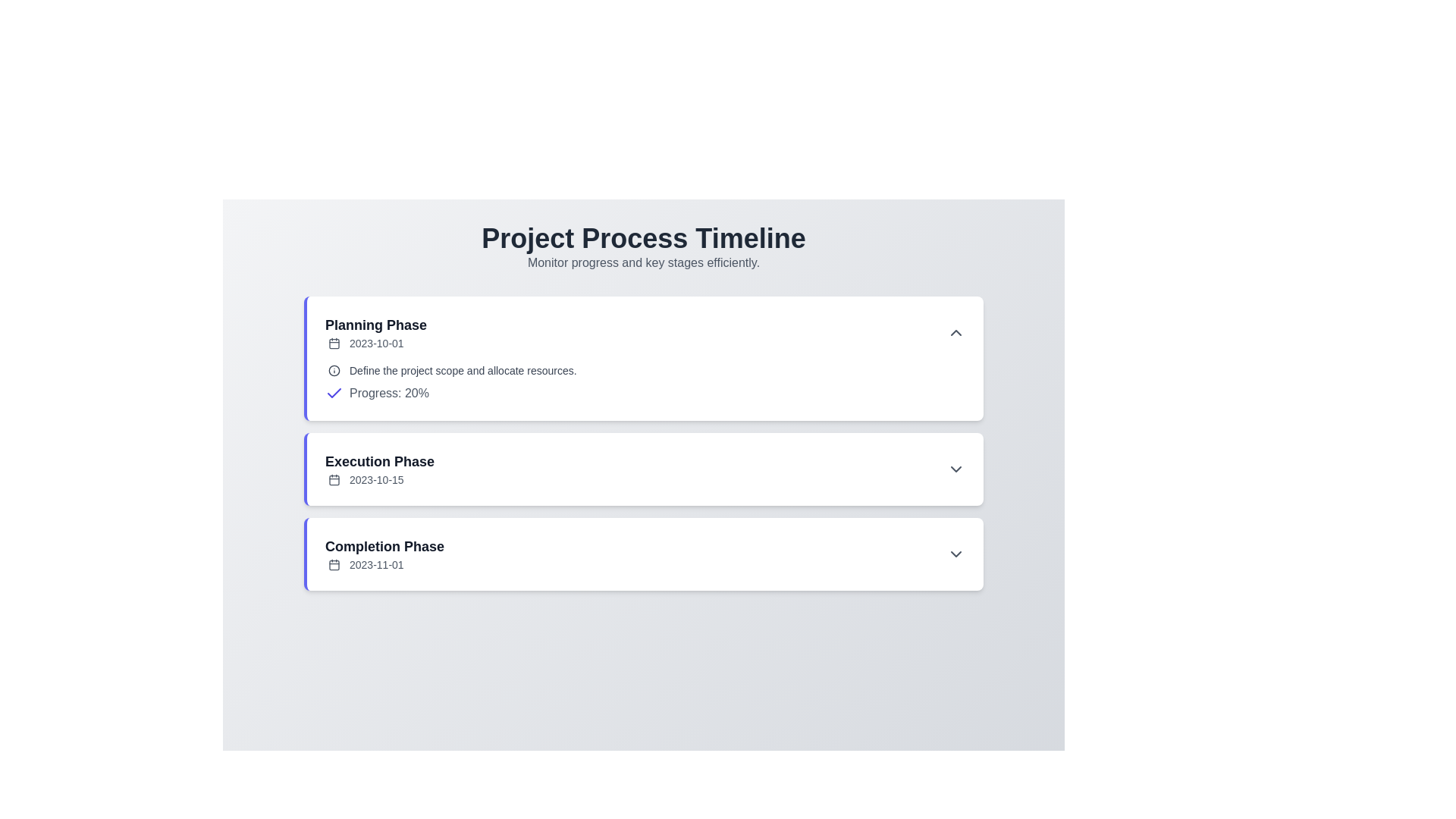  I want to click on the date information text associated with the 'Planning Phase' section, which is located beneath the title in the 'Planning Phase' block, so click(375, 343).